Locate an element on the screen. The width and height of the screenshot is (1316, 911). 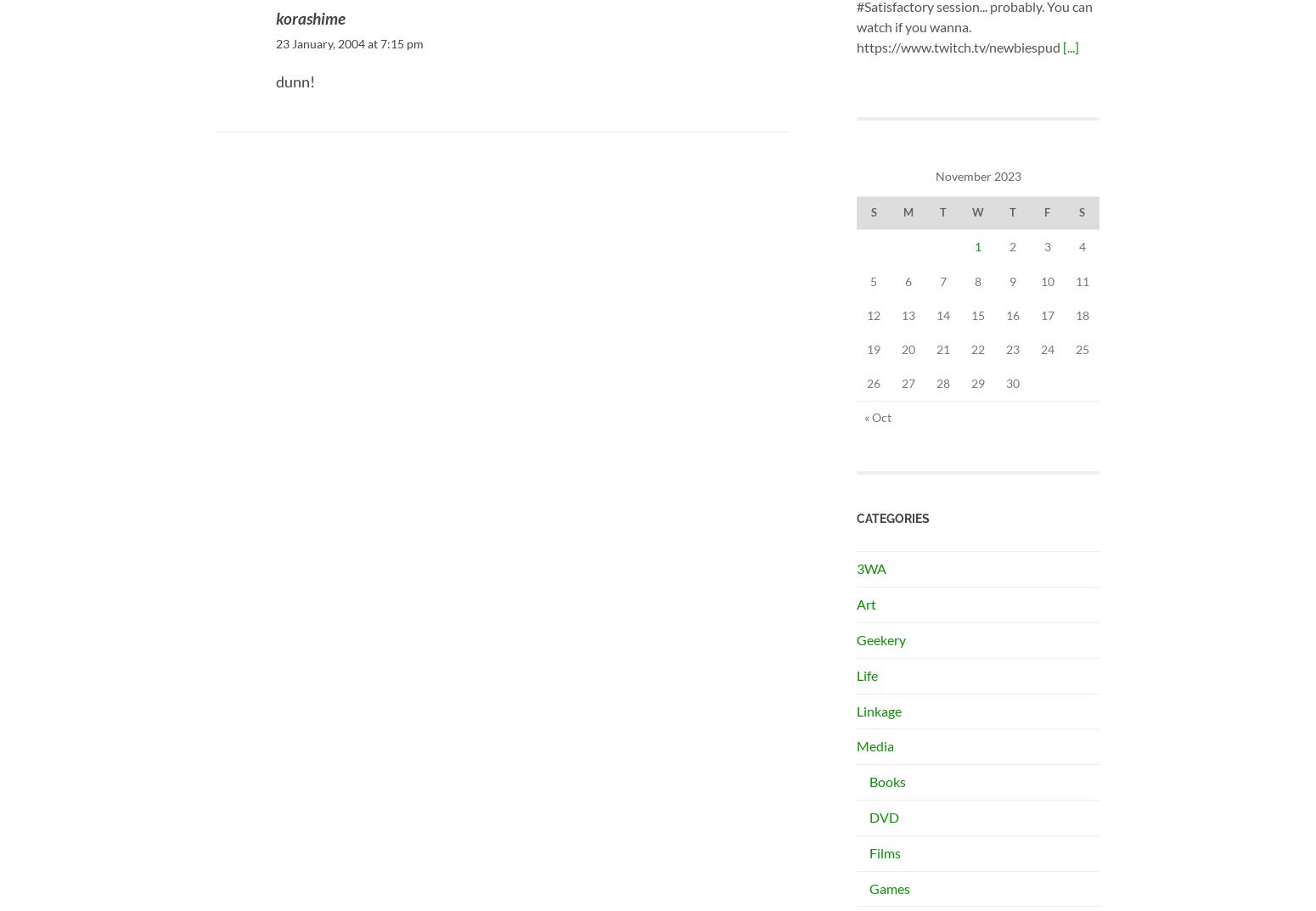
'Books' is located at coordinates (887, 781).